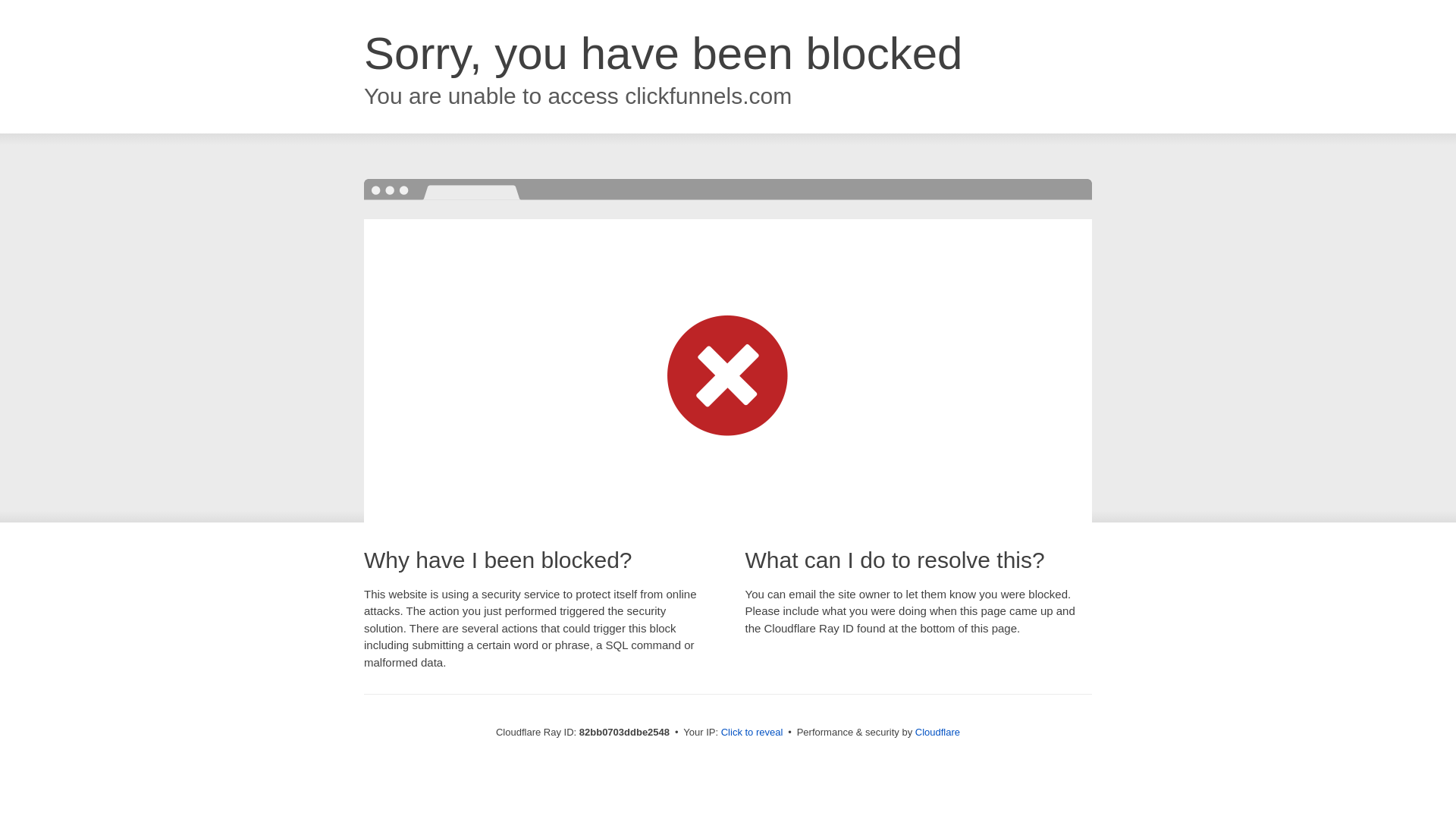 The image size is (1456, 819). I want to click on 'Cloudflare', so click(937, 731).